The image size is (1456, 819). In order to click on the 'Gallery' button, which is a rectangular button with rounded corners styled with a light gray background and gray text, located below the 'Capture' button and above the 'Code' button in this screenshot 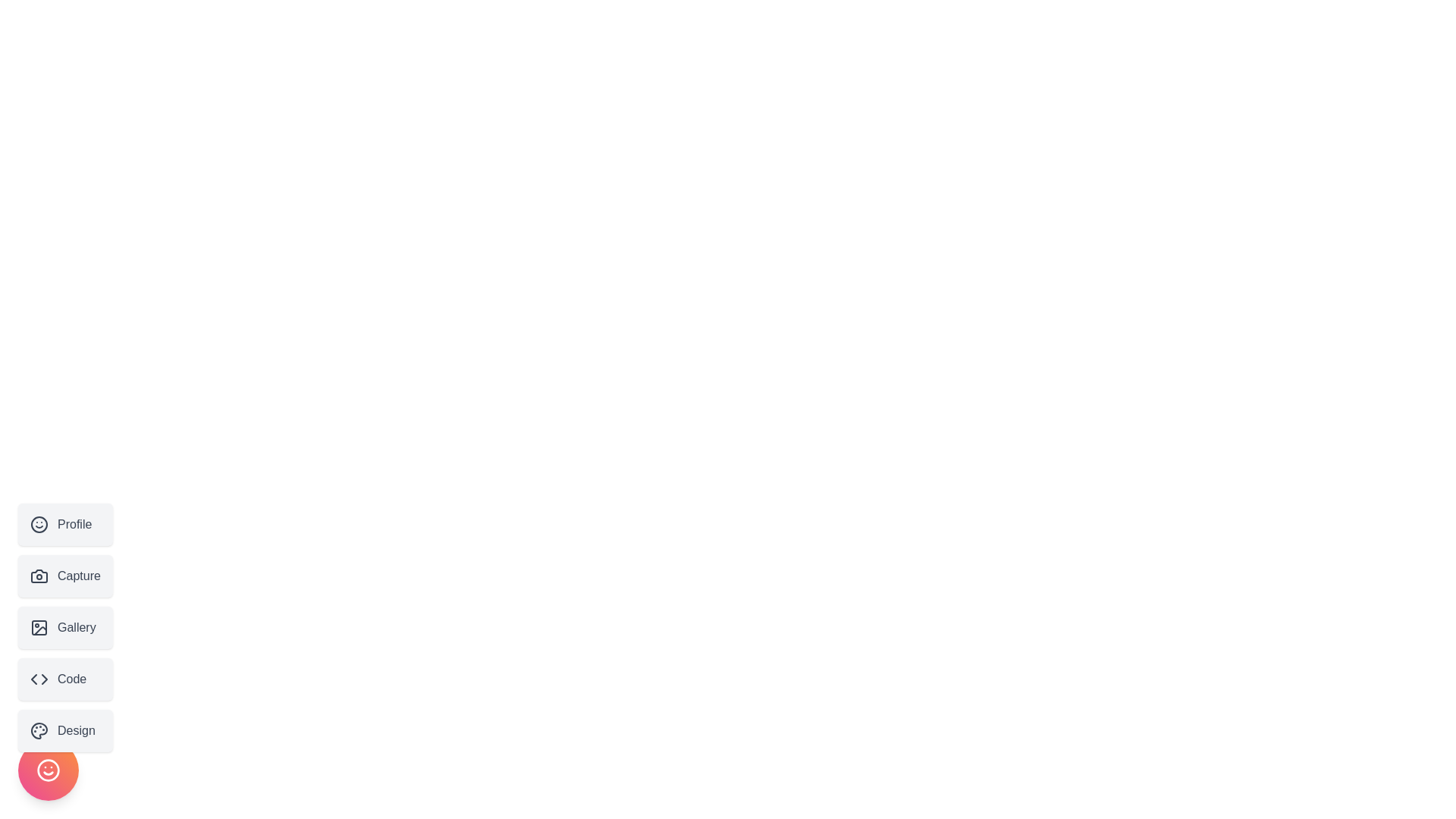, I will do `click(64, 628)`.